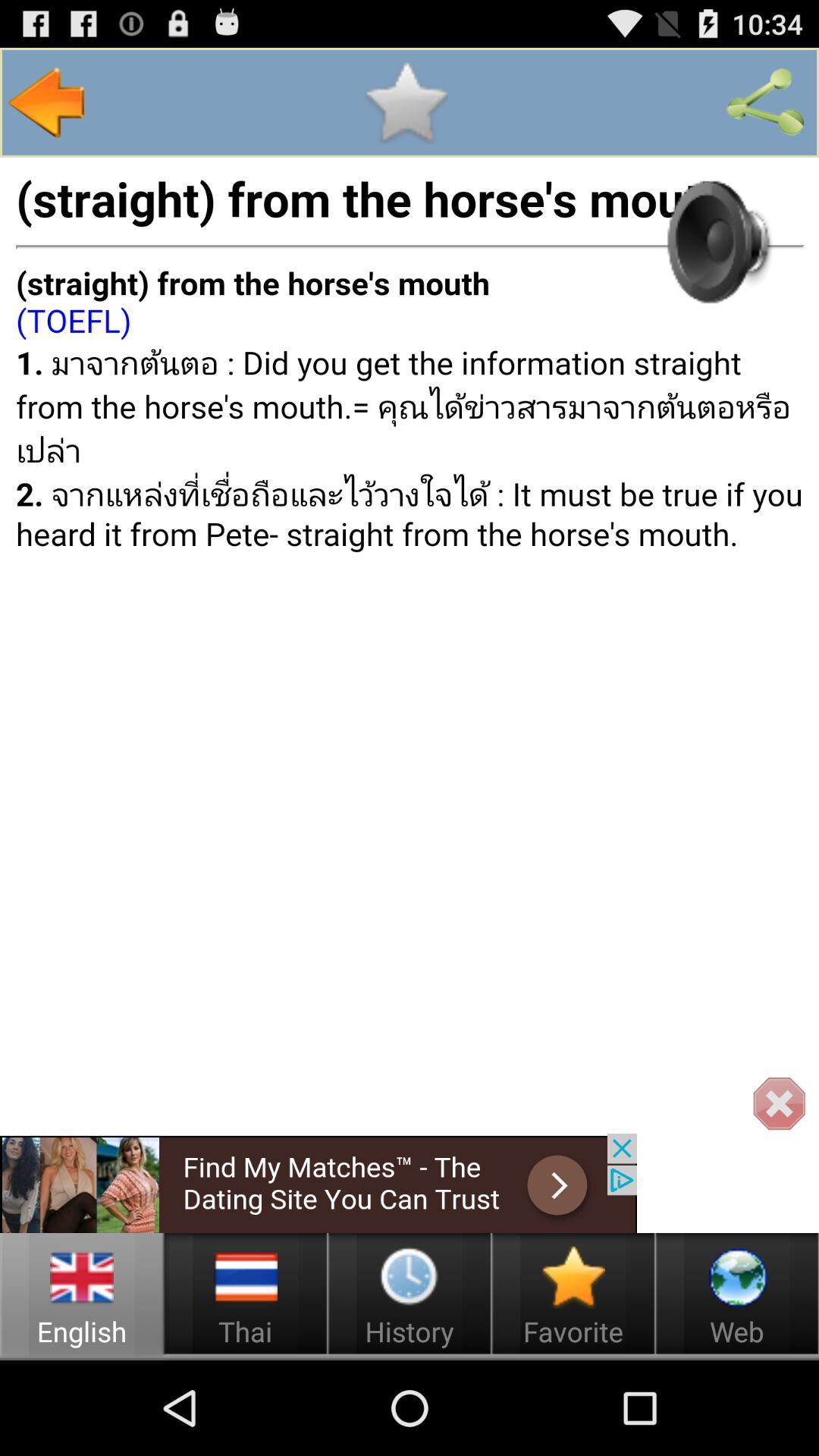  I want to click on go back, so click(46, 102).